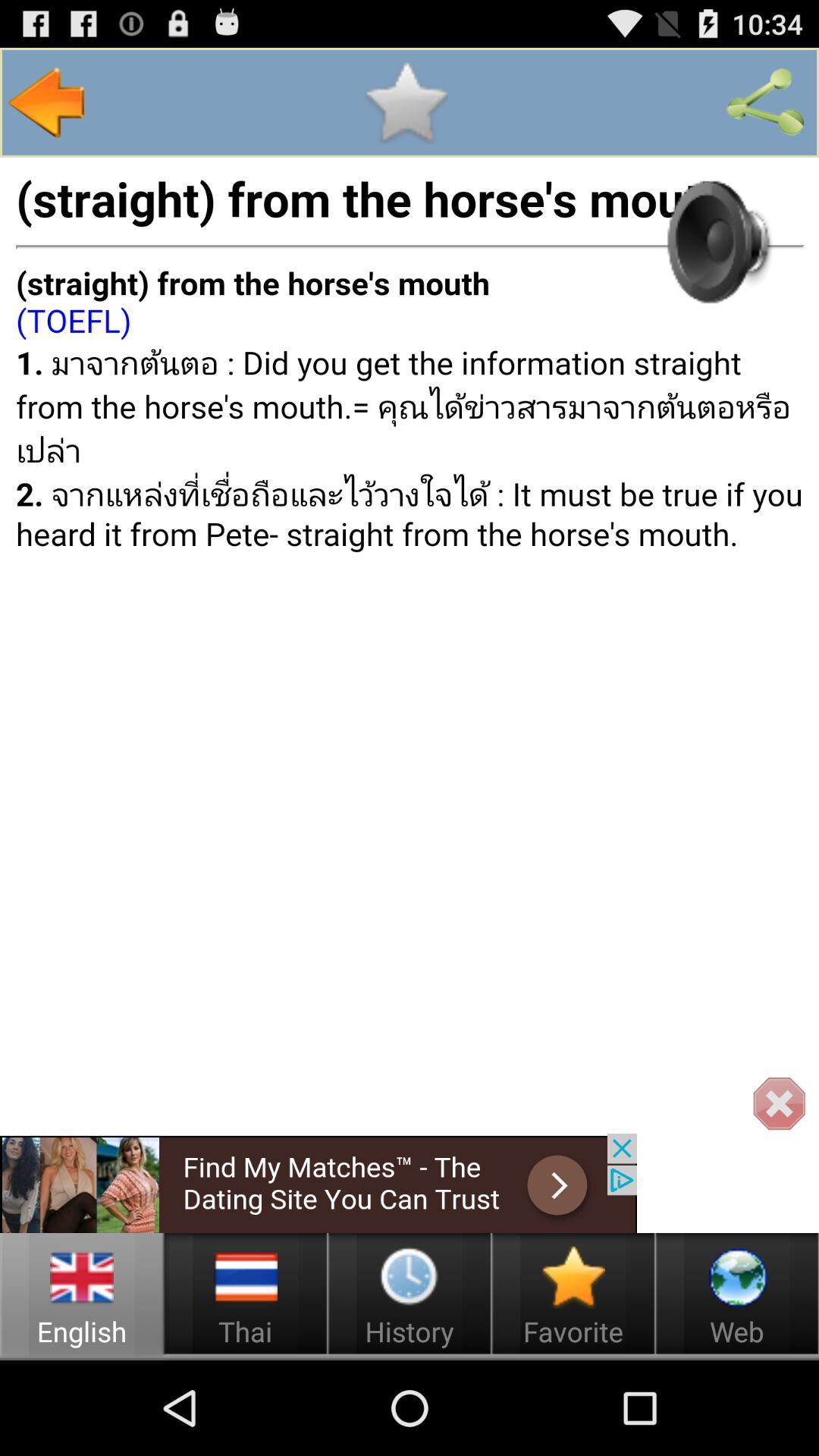  I want to click on go back, so click(46, 102).